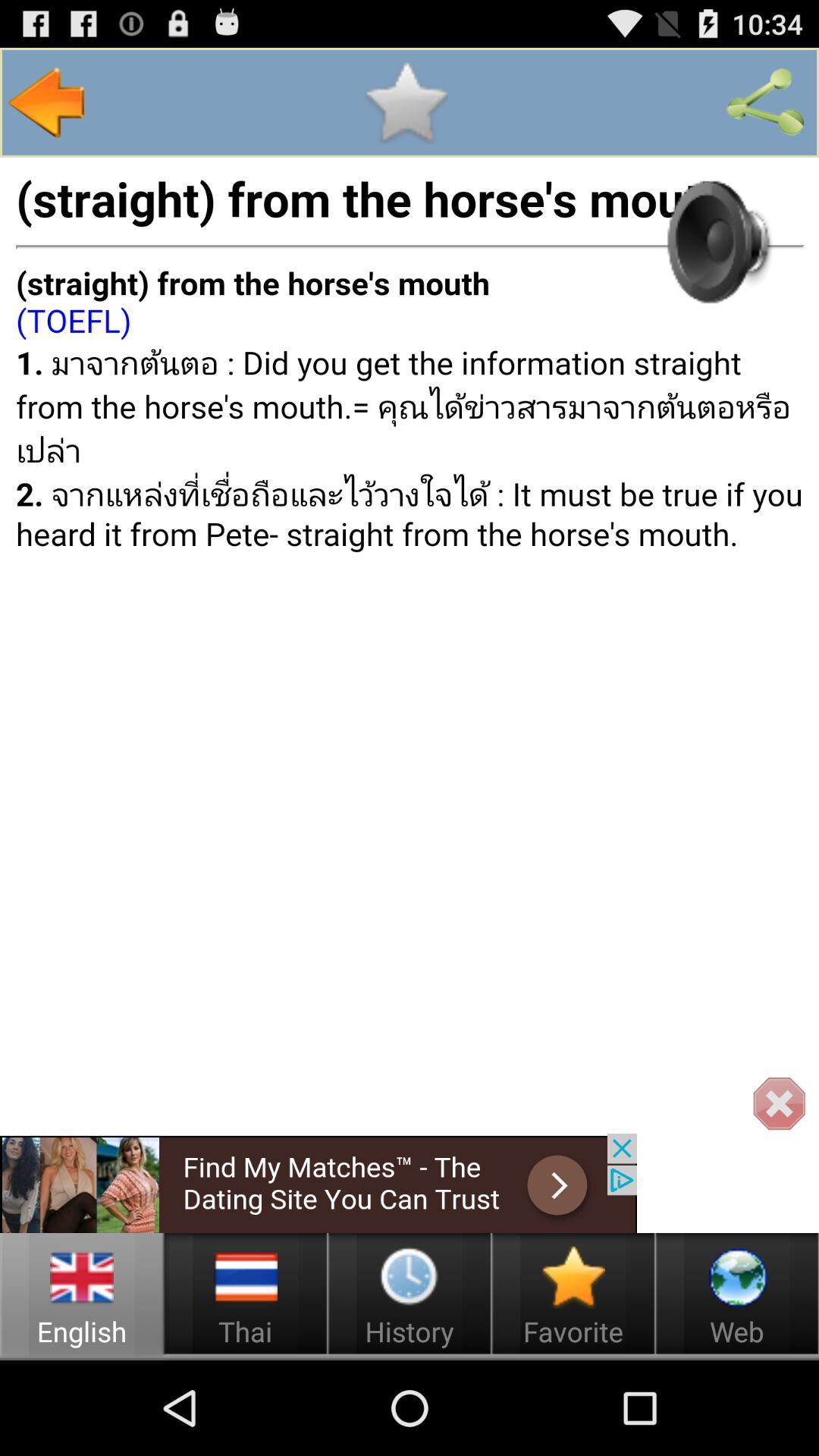  I want to click on go back, so click(46, 102).